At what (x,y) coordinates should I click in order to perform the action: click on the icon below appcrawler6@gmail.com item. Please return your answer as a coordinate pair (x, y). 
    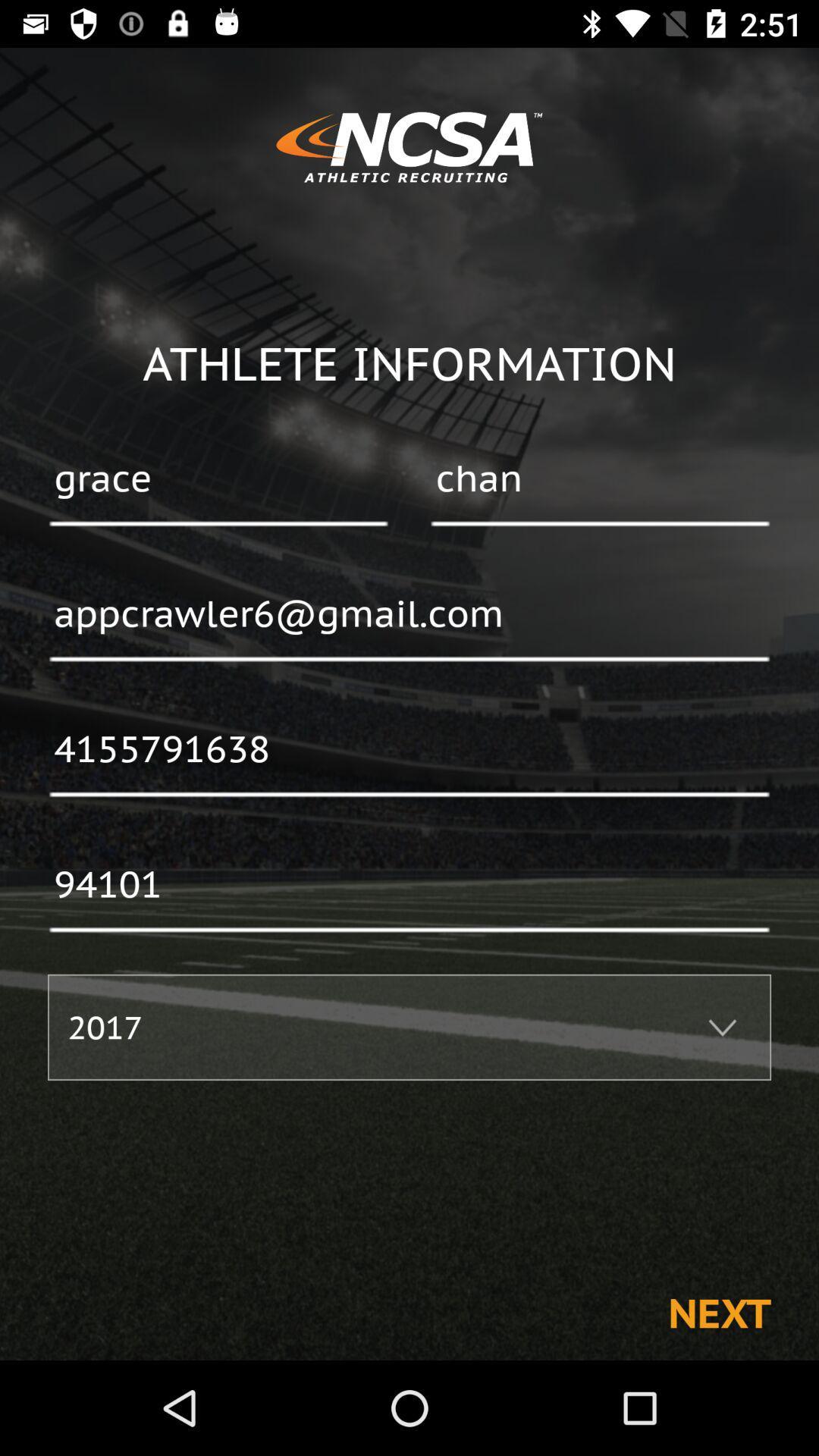
    Looking at the image, I should click on (409, 750).